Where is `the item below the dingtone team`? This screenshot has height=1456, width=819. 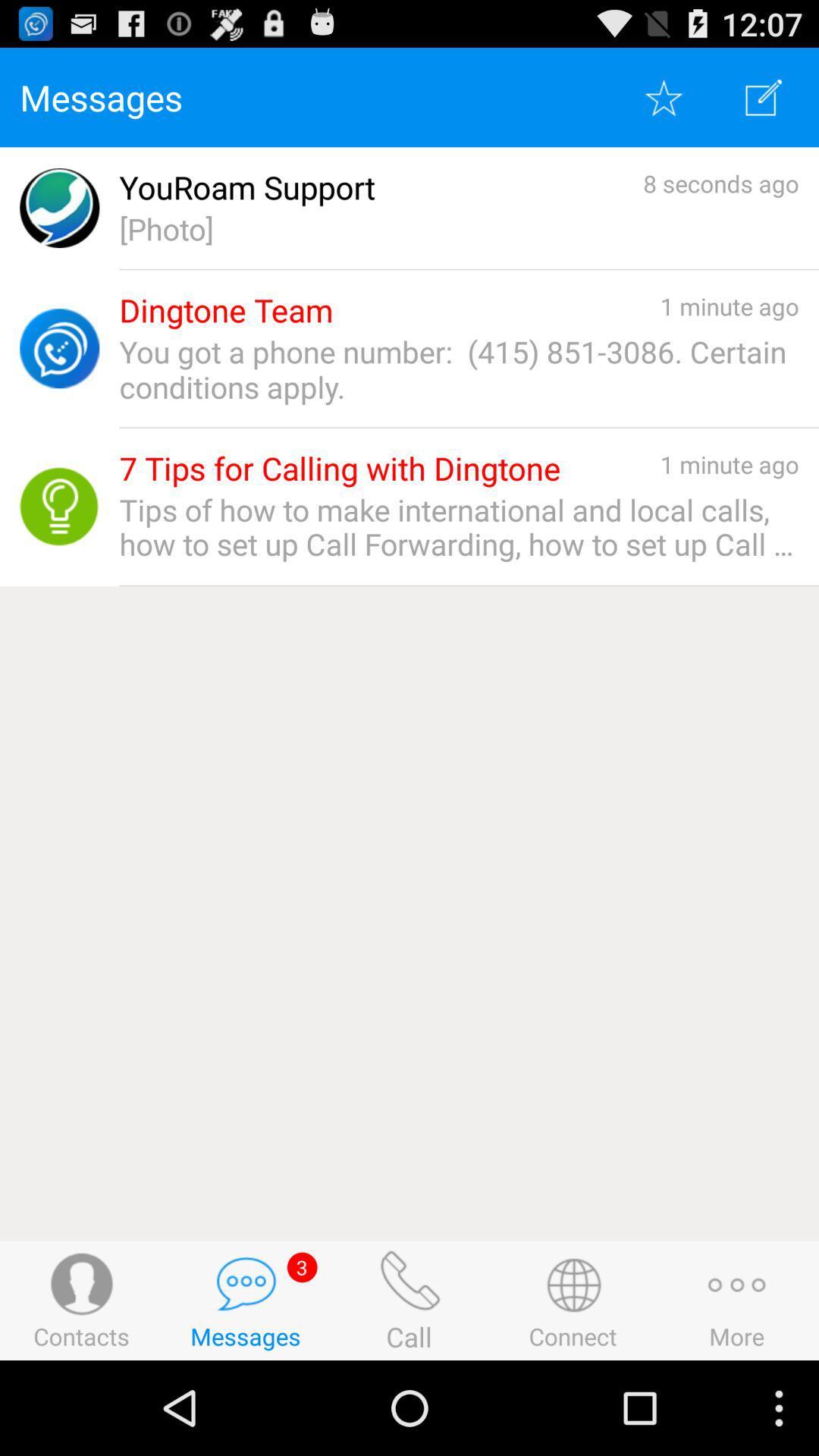 the item below the dingtone team is located at coordinates (458, 369).